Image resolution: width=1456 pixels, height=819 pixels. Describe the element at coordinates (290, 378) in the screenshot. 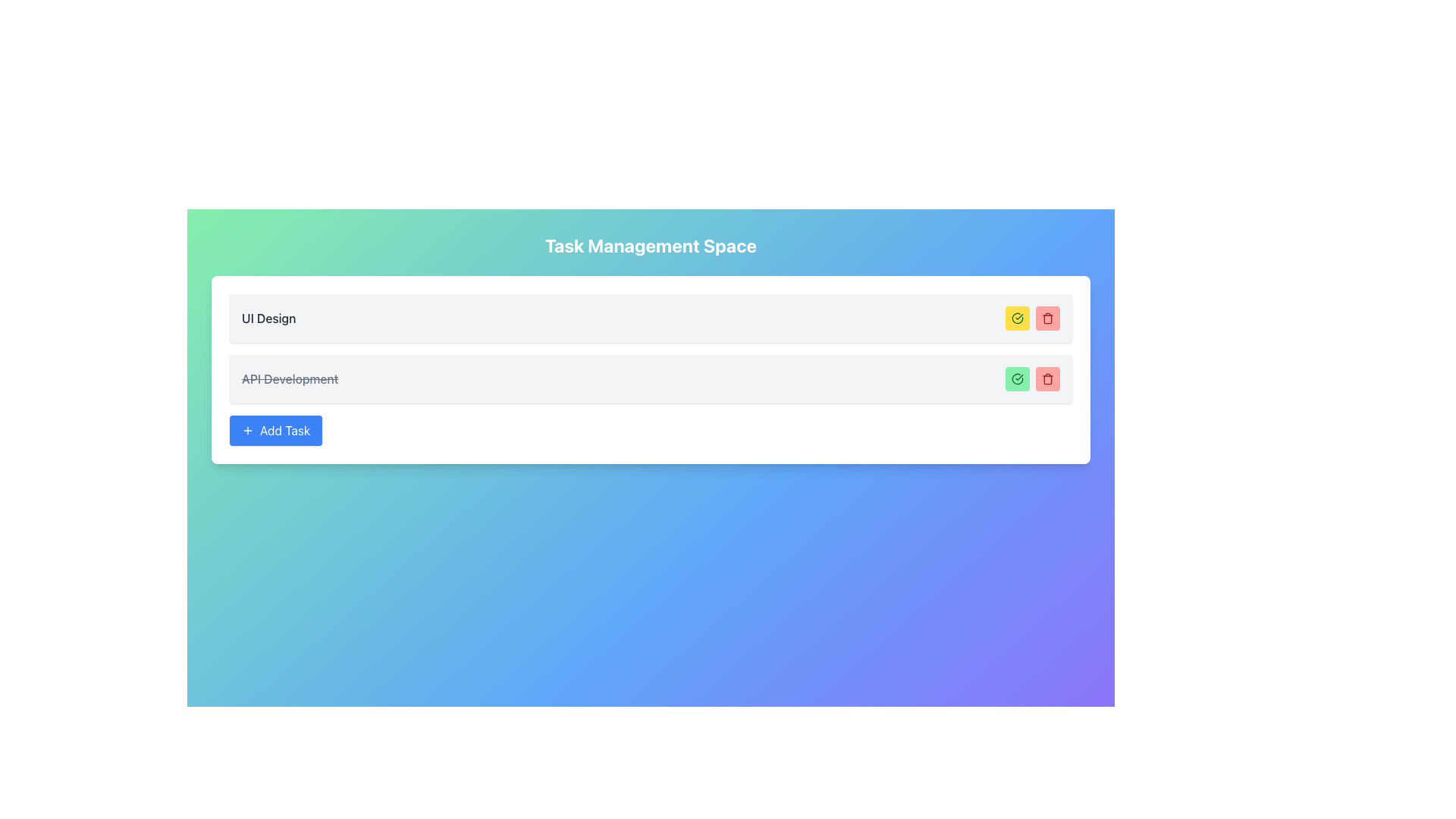

I see `the static text indicating a completed task, which is located in the second row beneath the 'UI Design' module` at that location.